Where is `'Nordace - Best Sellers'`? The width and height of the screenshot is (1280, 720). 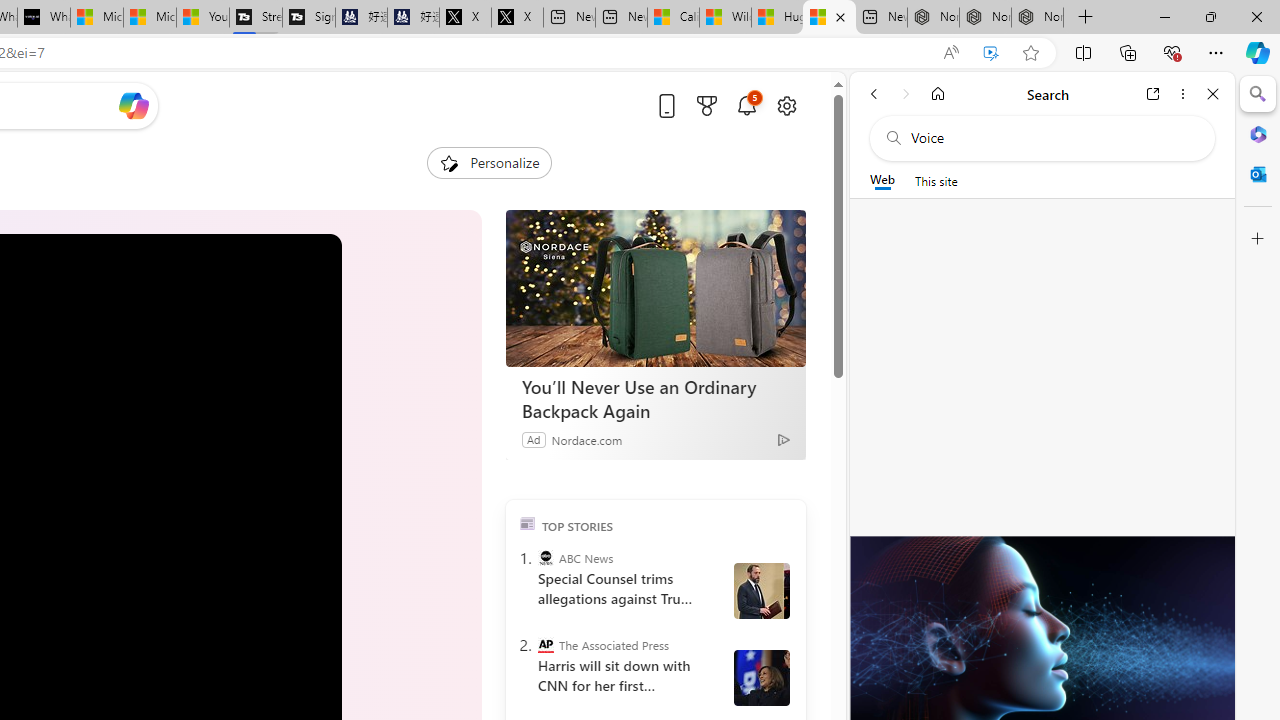 'Nordace - Best Sellers' is located at coordinates (932, 17).